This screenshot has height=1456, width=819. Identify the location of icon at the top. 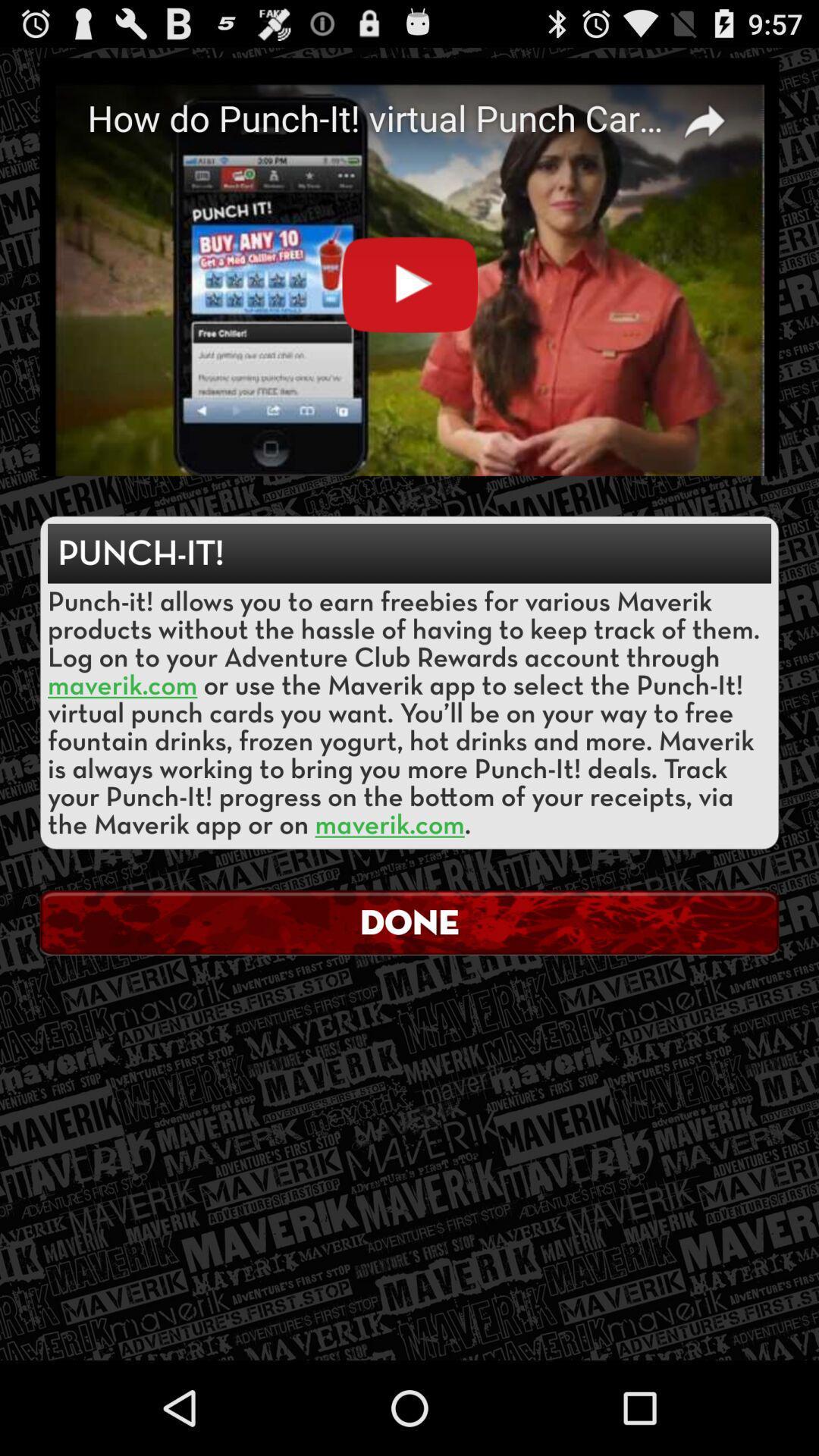
(409, 267).